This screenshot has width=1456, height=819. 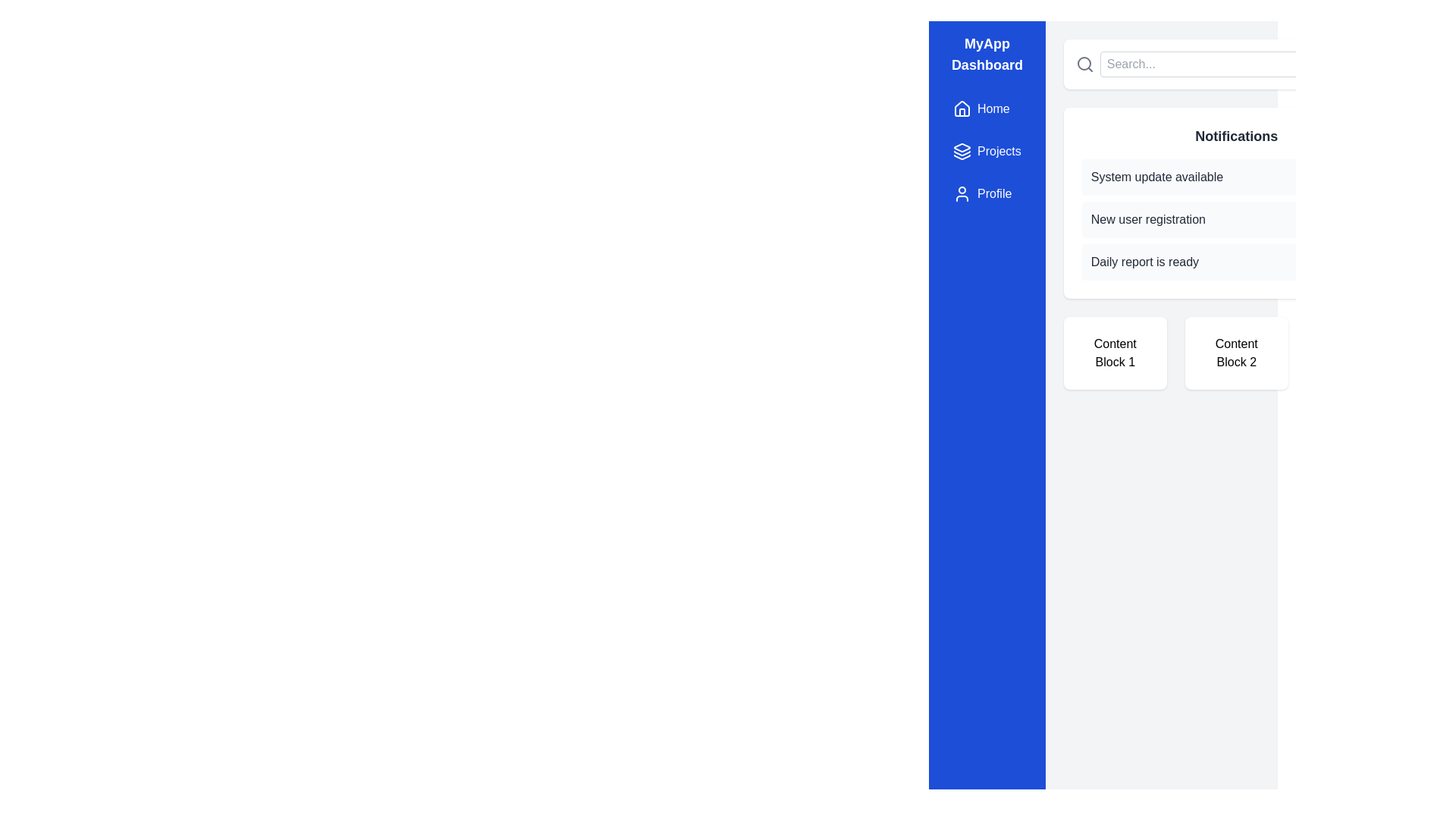 What do you see at coordinates (982, 193) in the screenshot?
I see `the navigation button located in the left sidebar menu, positioned as the third button underneath the 'Home' and 'Projects' buttons` at bounding box center [982, 193].